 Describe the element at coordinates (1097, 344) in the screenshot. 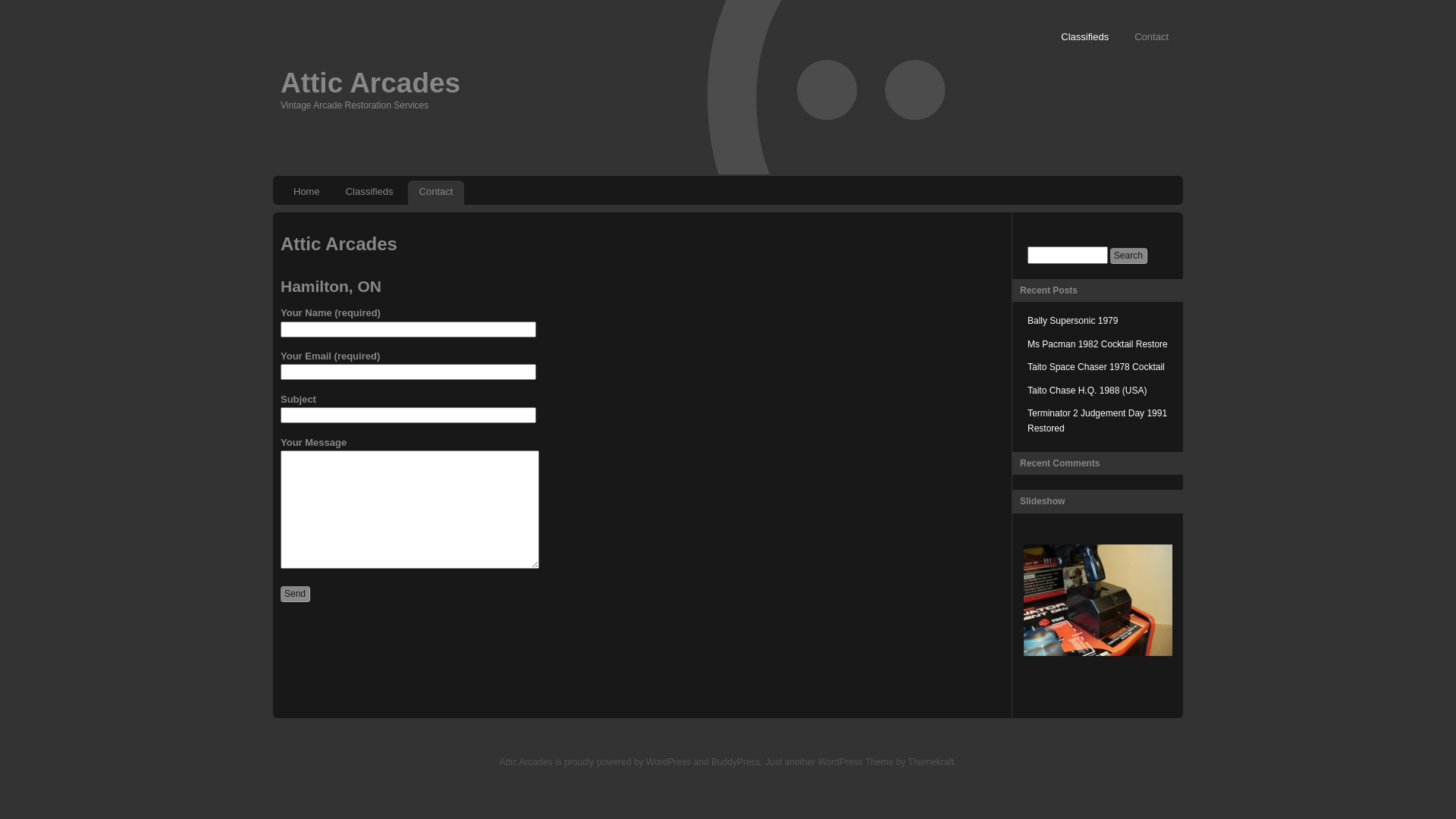

I see `'Ms Pacman 1982 Cocktail Restore'` at that location.